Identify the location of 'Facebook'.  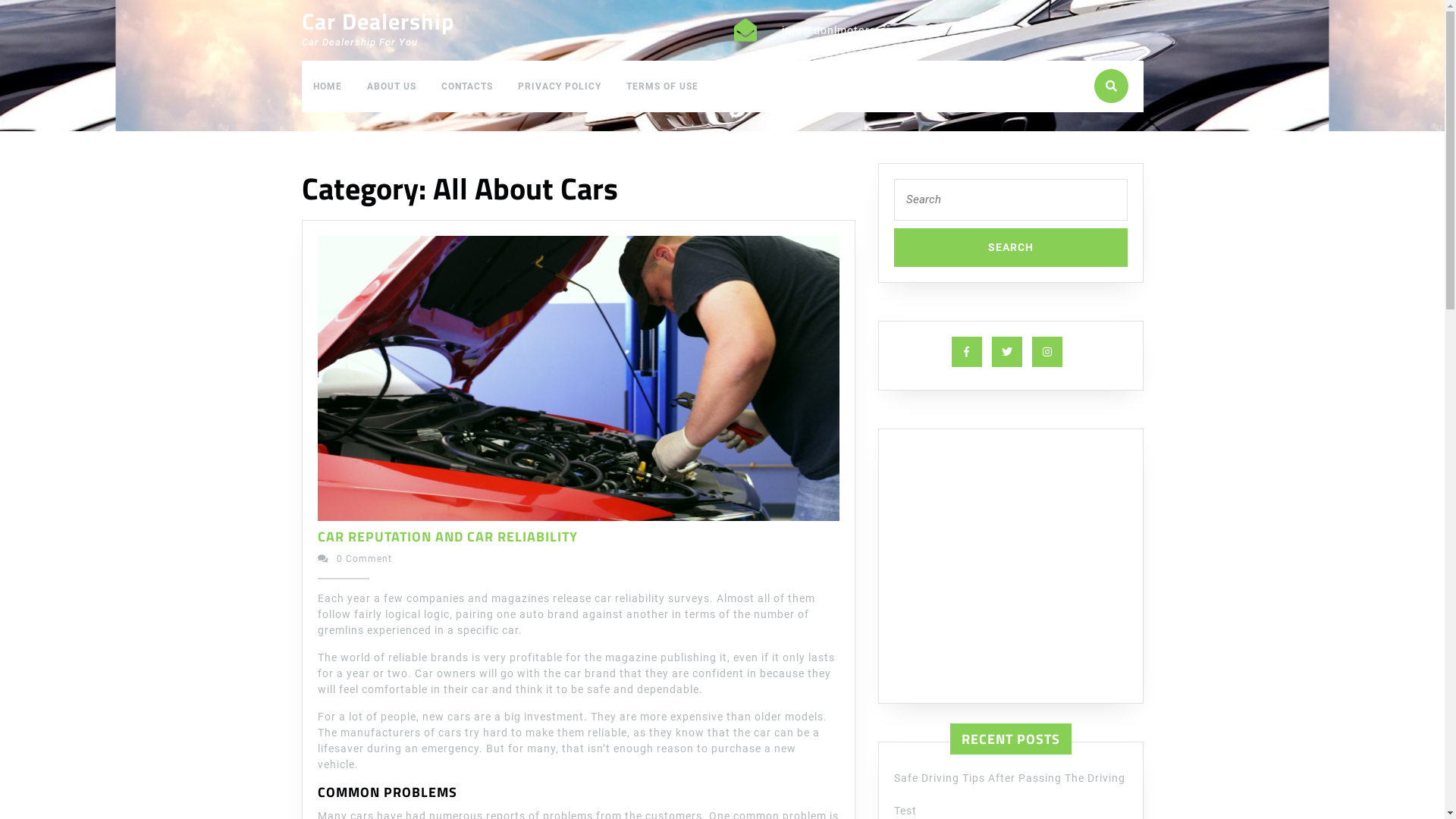
(968, 351).